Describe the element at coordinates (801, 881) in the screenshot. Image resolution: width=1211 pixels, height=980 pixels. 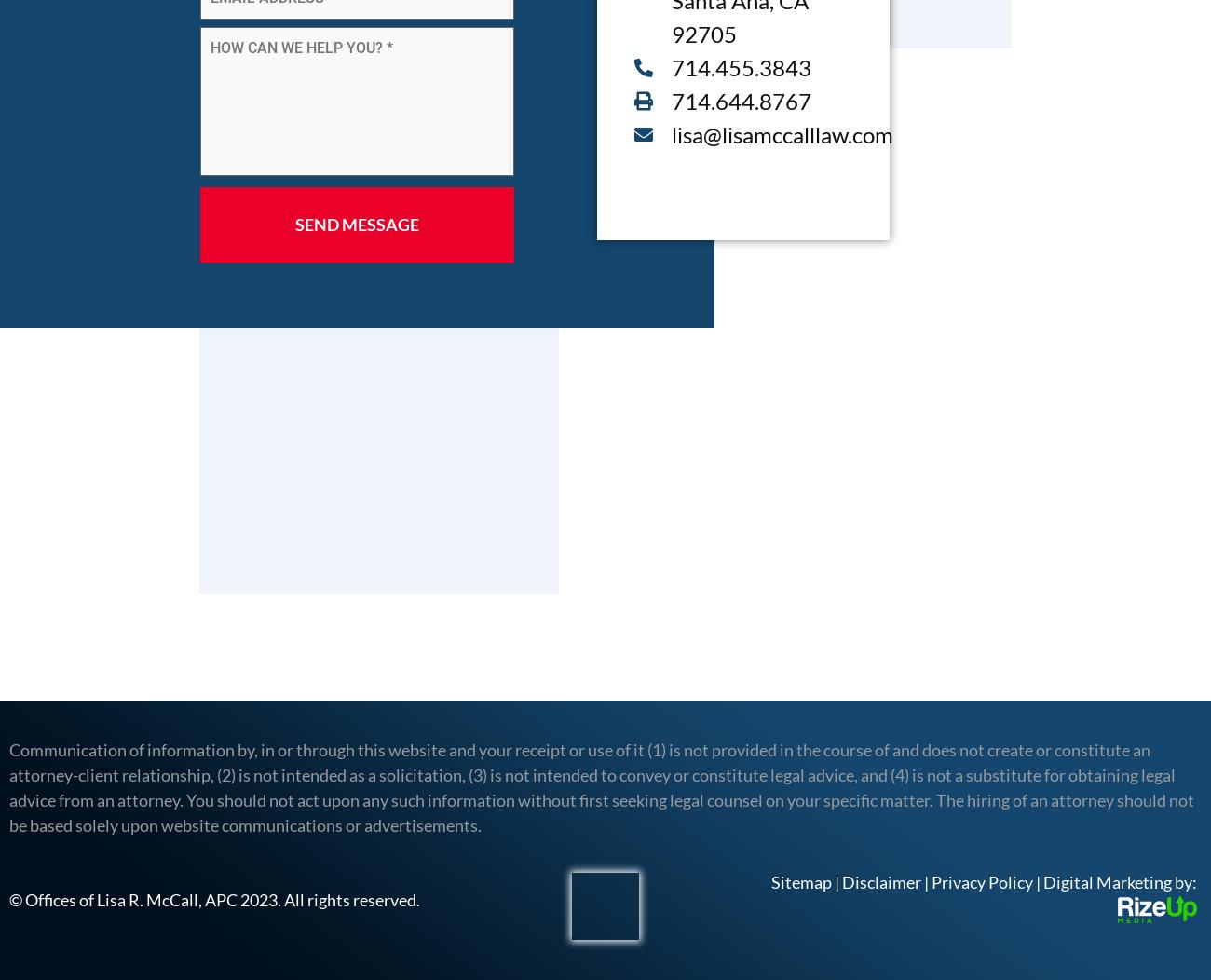
I see `'Sitemap'` at that location.